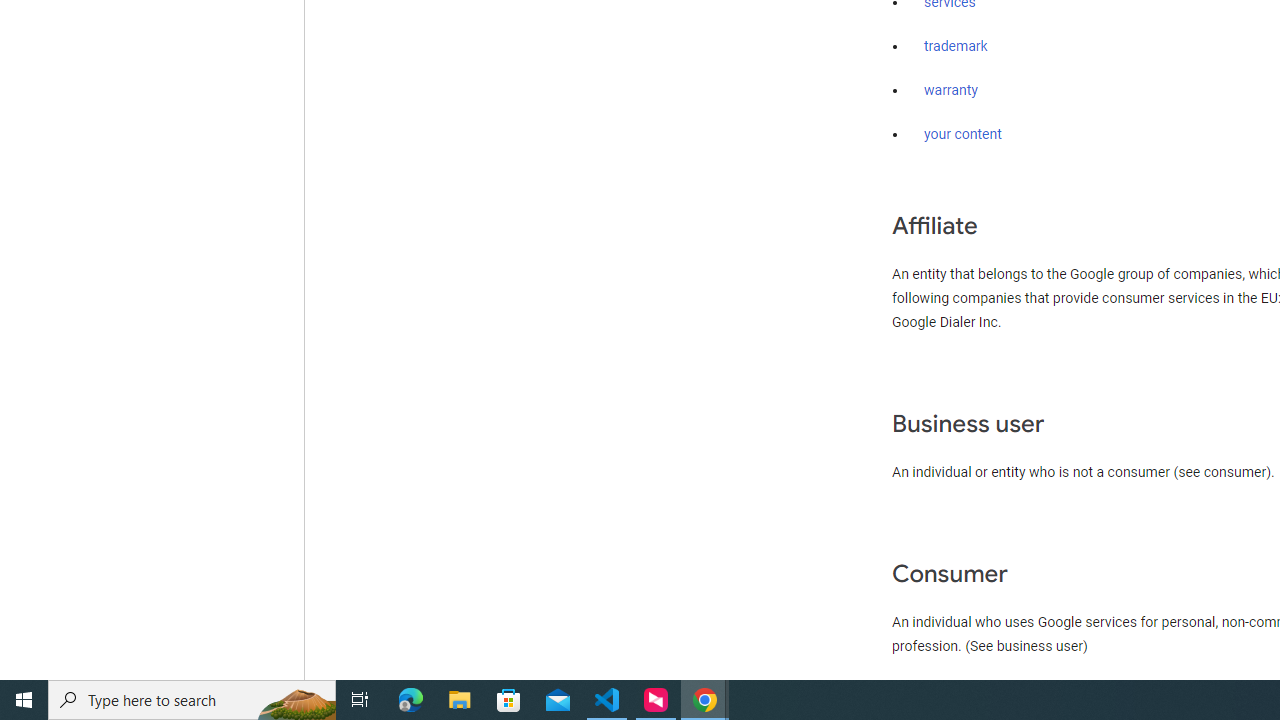 The height and width of the screenshot is (720, 1280). What do you see at coordinates (950, 91) in the screenshot?
I see `'warranty'` at bounding box center [950, 91].